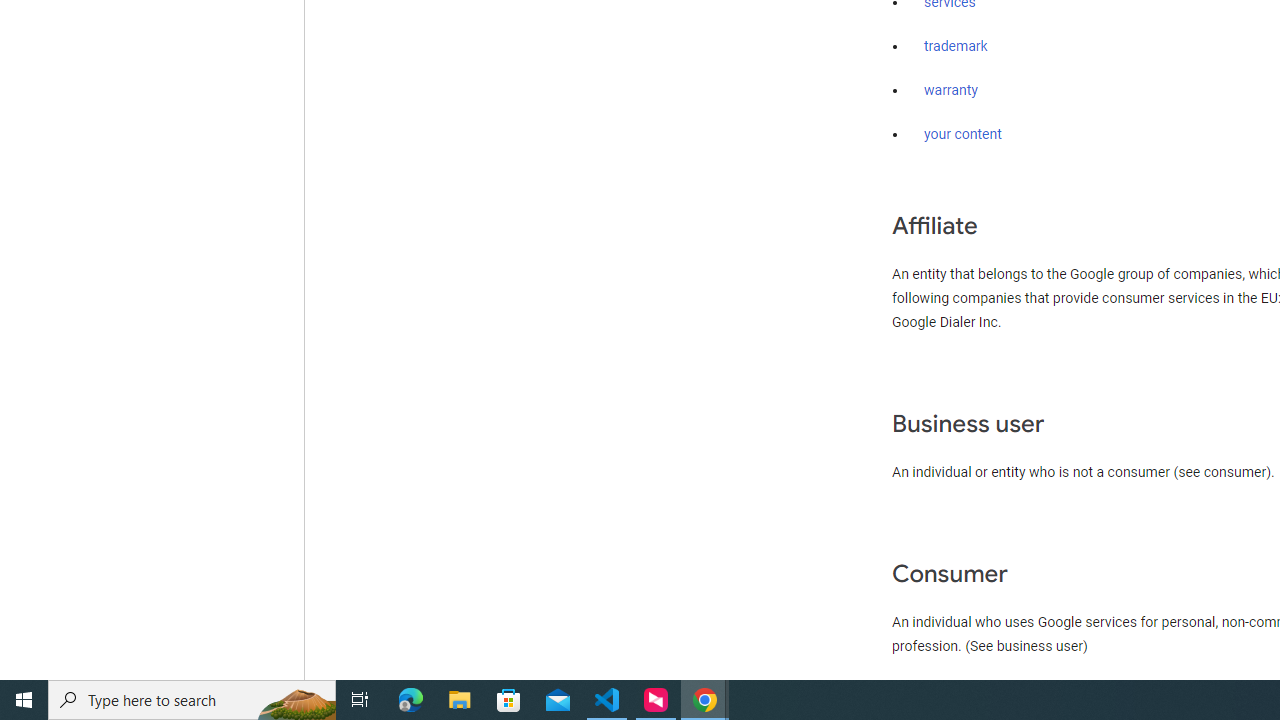 The height and width of the screenshot is (720, 1280). What do you see at coordinates (950, 91) in the screenshot?
I see `'warranty'` at bounding box center [950, 91].